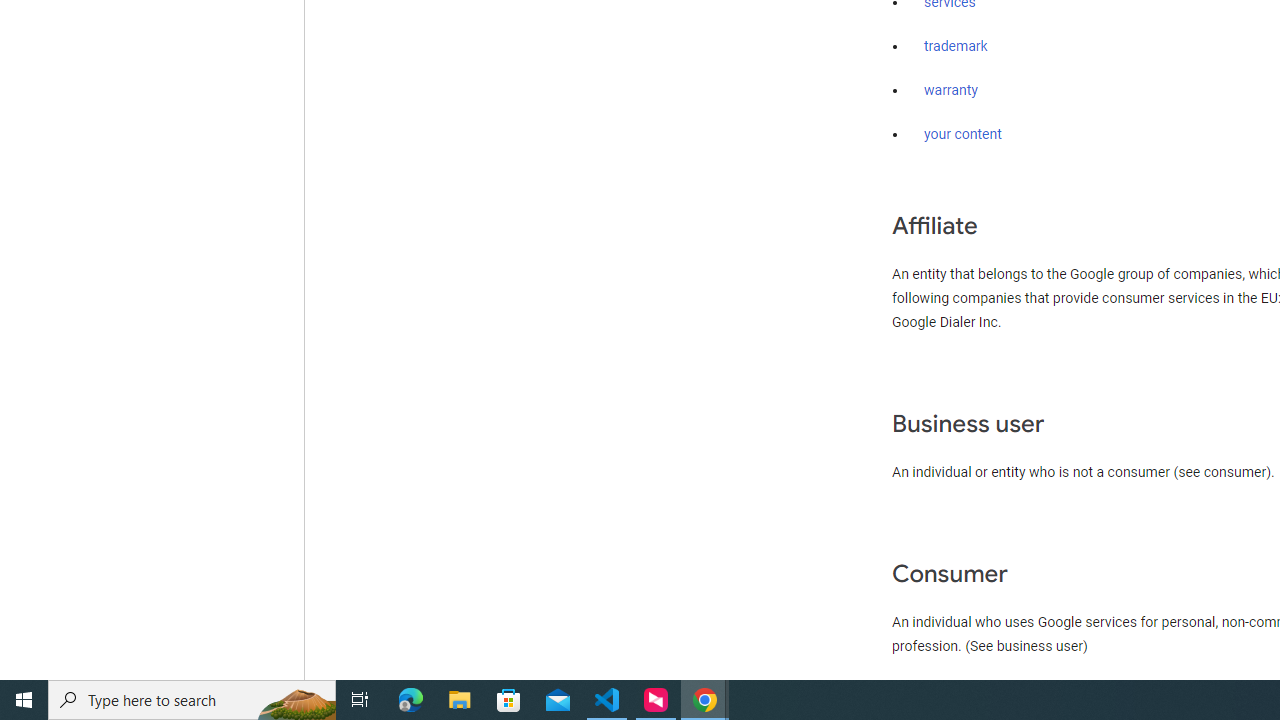 The height and width of the screenshot is (720, 1280). What do you see at coordinates (950, 91) in the screenshot?
I see `'warranty'` at bounding box center [950, 91].